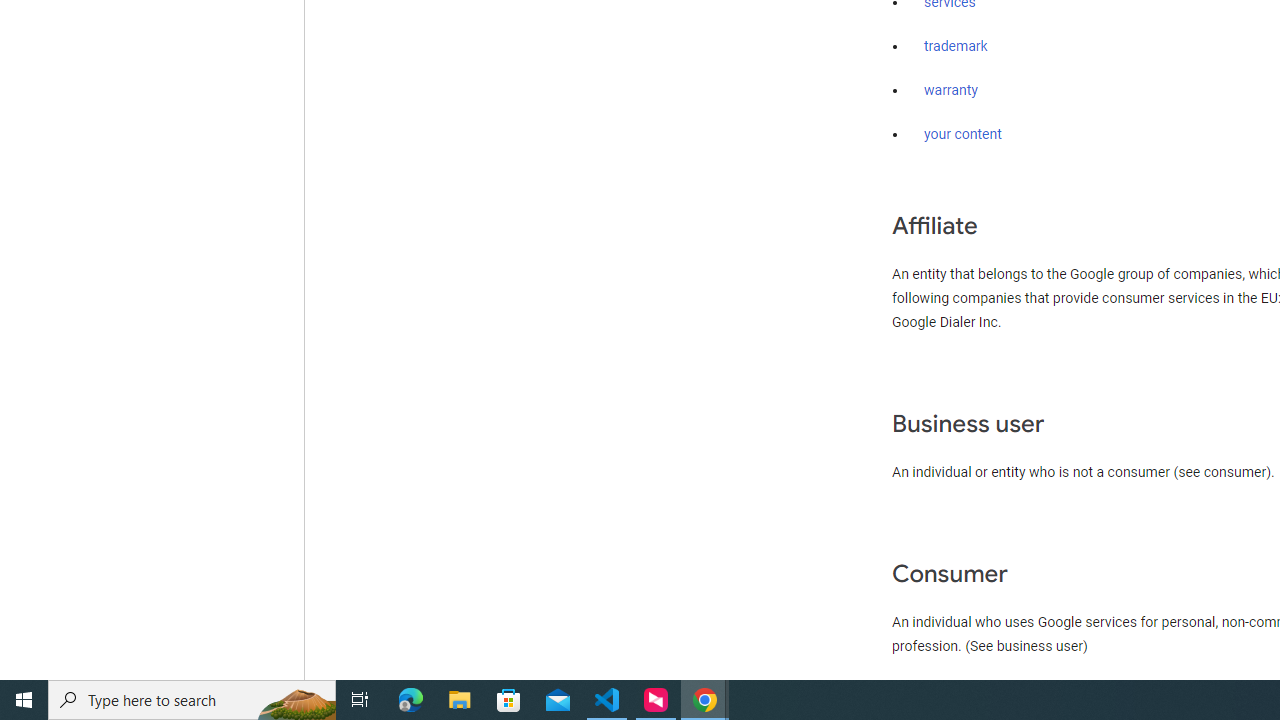 The height and width of the screenshot is (720, 1280). What do you see at coordinates (950, 91) in the screenshot?
I see `'warranty'` at bounding box center [950, 91].